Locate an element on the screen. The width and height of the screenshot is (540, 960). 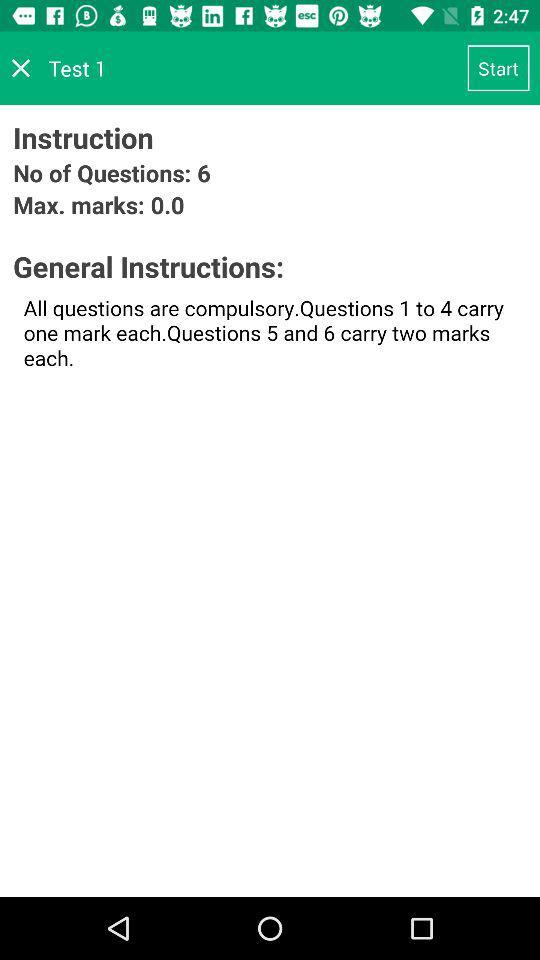
cancel option is located at coordinates (20, 68).